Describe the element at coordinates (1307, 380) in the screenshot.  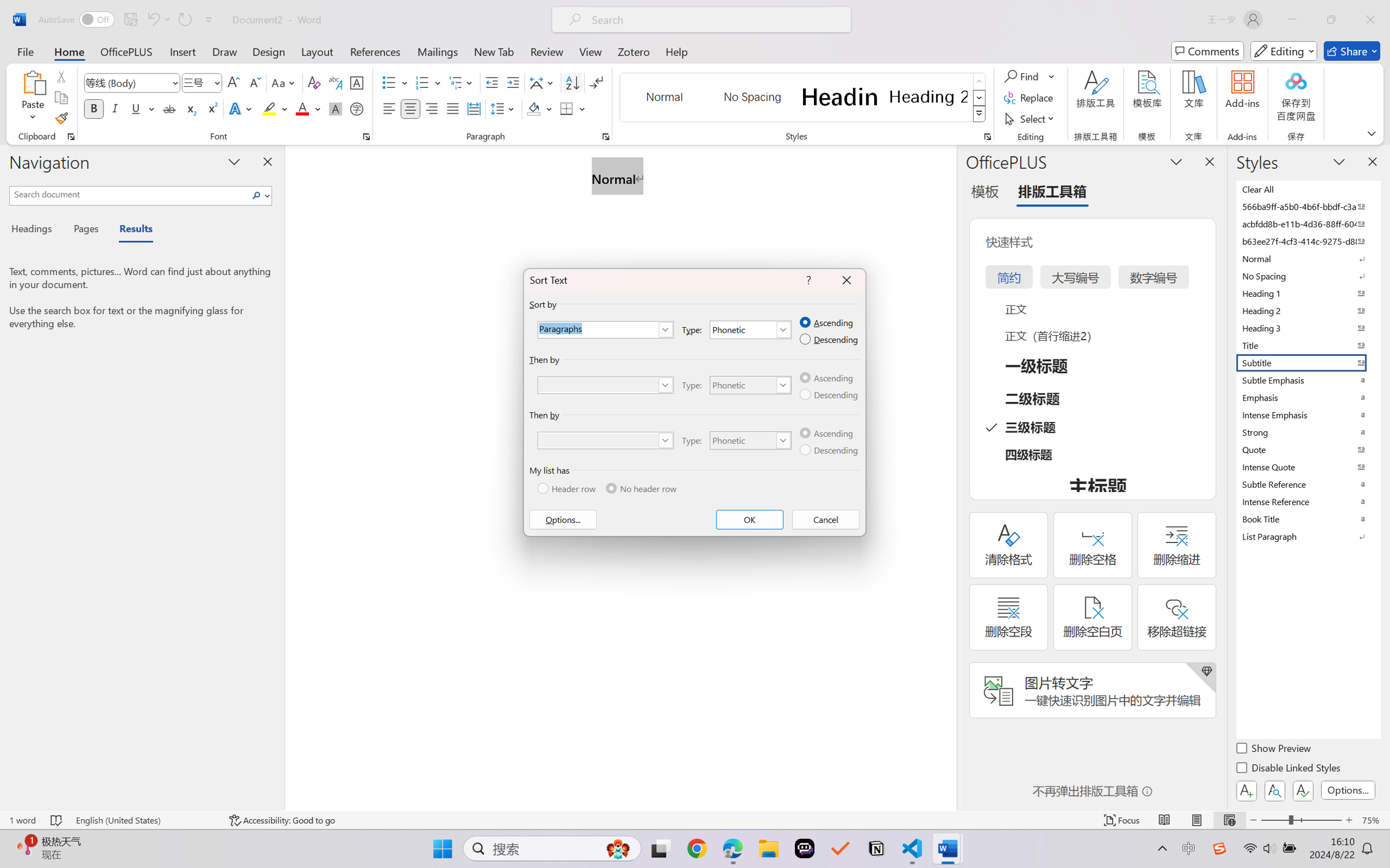
I see `'Subtle Emphasis'` at that location.